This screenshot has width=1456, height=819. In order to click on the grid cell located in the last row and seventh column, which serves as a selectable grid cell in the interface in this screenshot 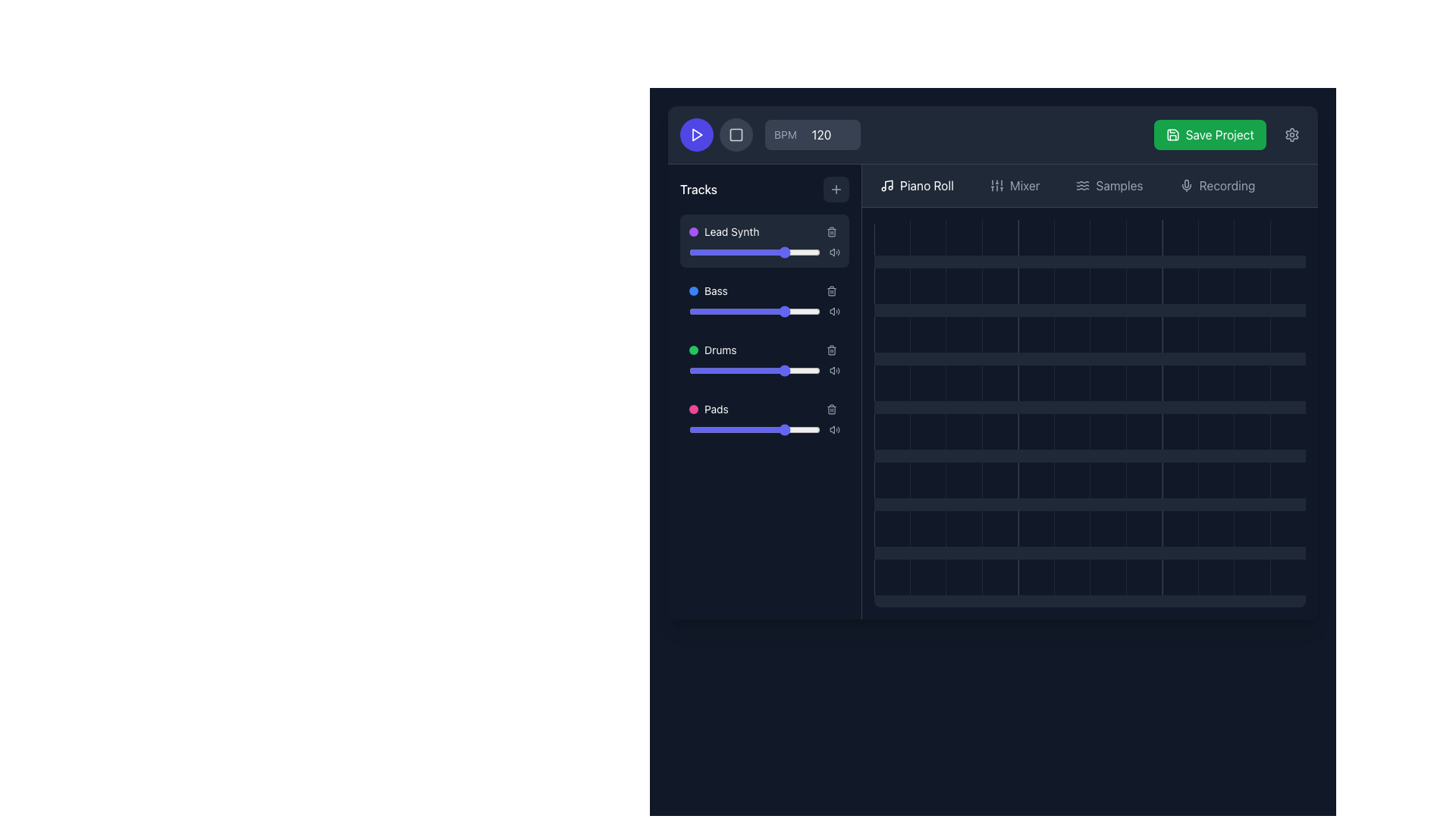, I will do `click(1108, 480)`.